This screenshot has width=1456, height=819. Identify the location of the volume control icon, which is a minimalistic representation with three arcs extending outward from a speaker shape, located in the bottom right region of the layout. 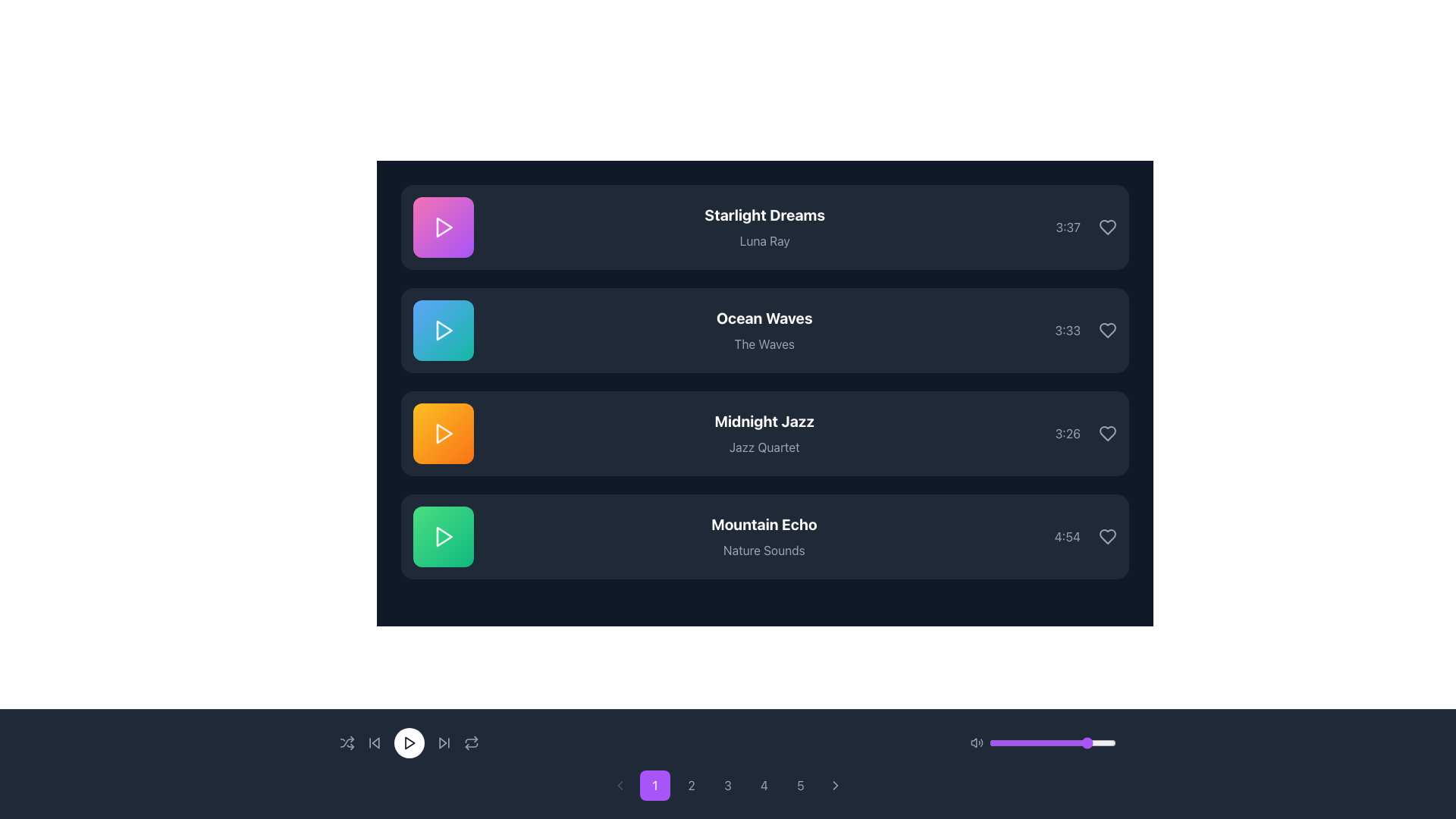
(977, 742).